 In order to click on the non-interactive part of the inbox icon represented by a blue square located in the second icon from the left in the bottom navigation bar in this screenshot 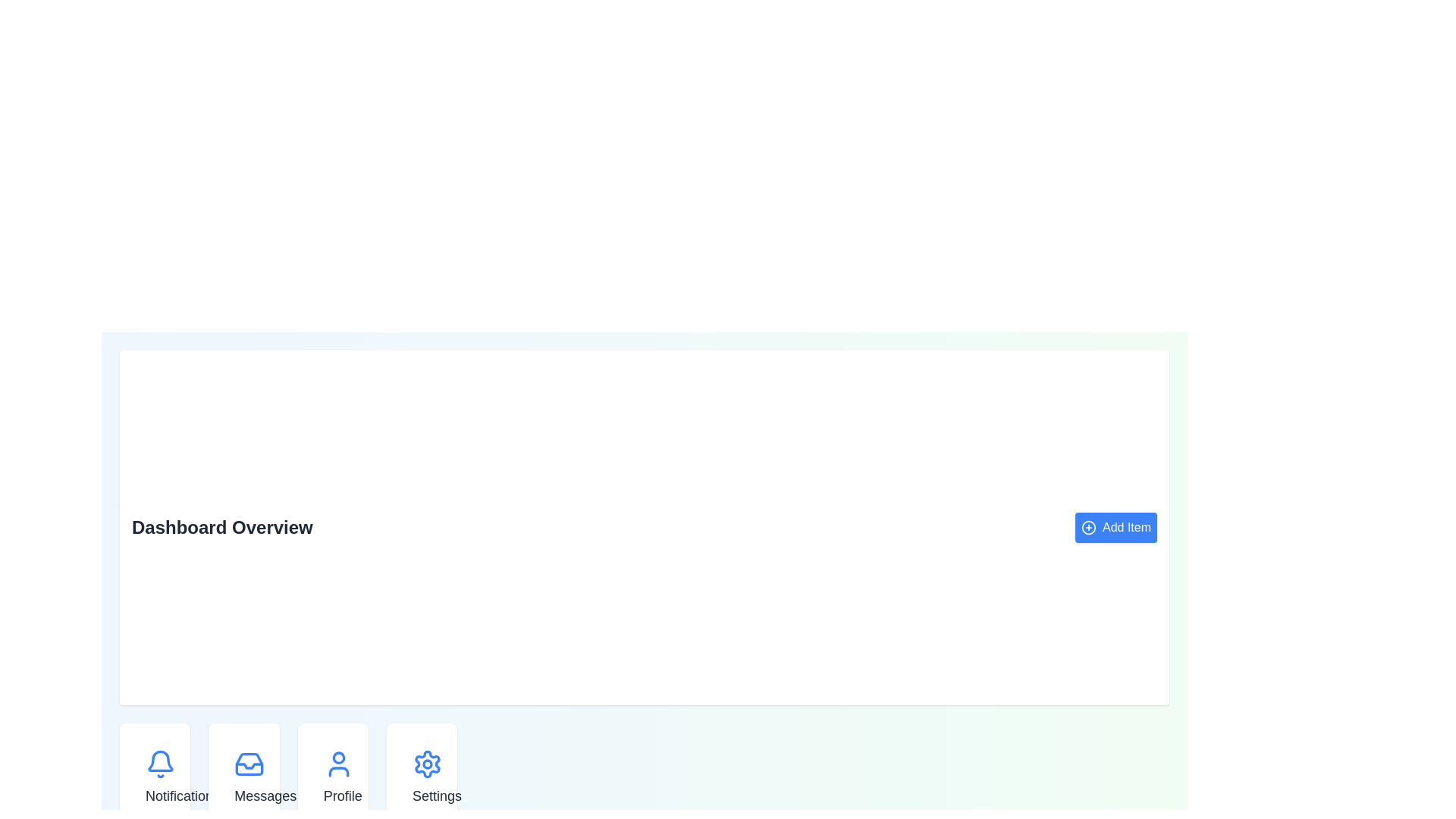, I will do `click(249, 764)`.